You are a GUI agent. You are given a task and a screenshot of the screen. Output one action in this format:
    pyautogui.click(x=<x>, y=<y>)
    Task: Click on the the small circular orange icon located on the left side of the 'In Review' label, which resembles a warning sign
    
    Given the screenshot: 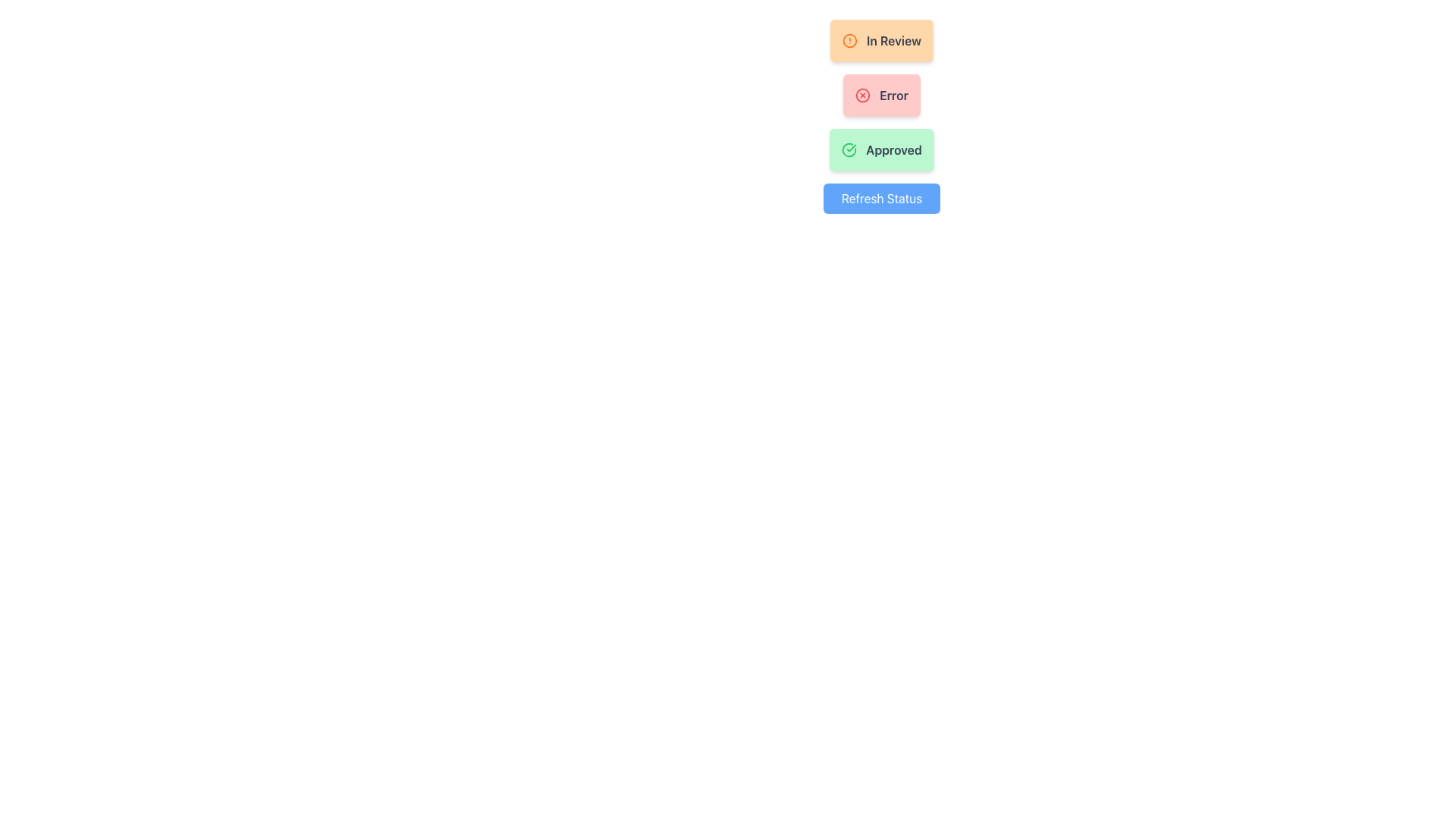 What is the action you would take?
    pyautogui.click(x=850, y=40)
    